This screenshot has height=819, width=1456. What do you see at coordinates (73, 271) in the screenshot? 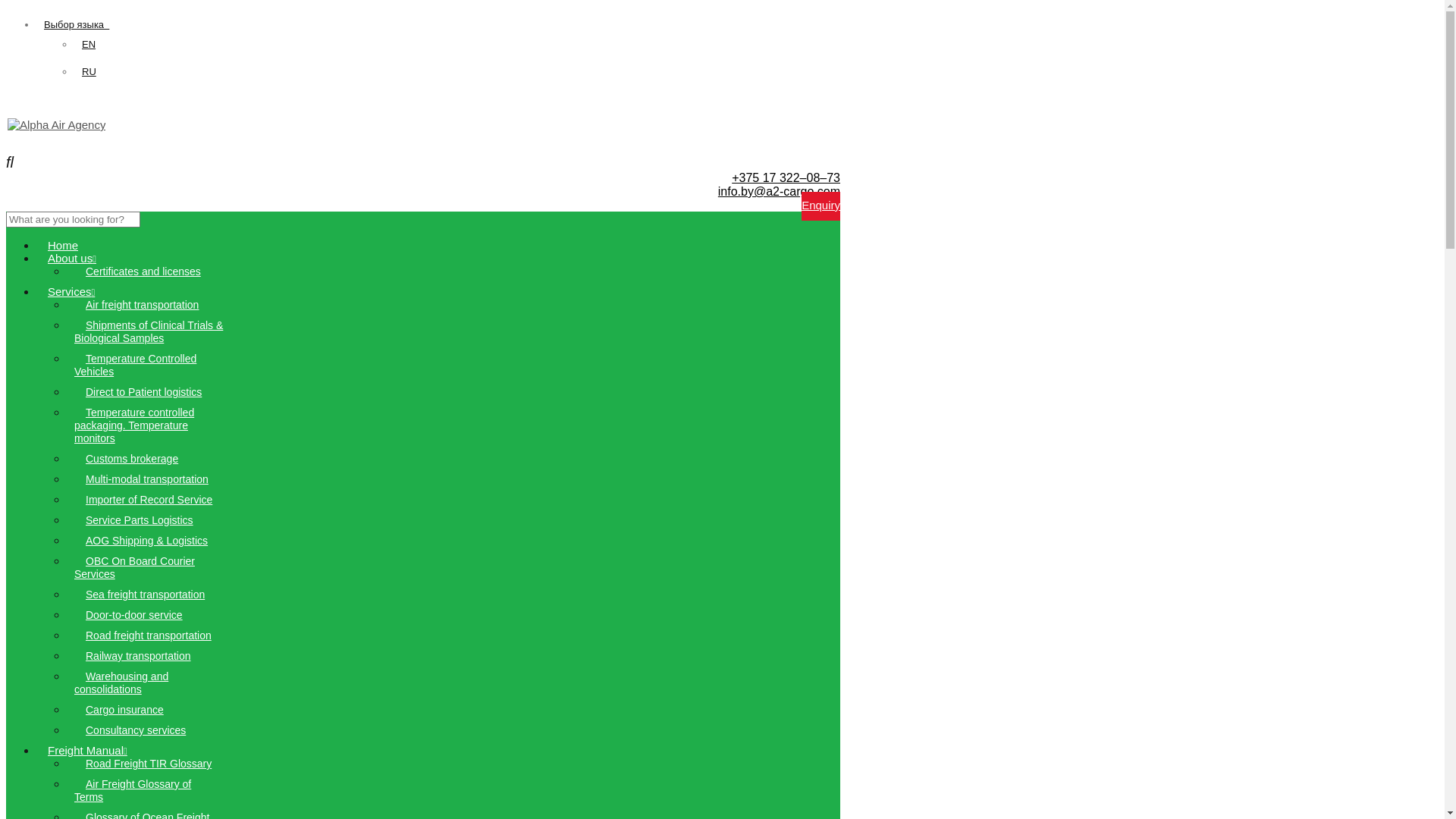
I see `'Certificates and licenses'` at bounding box center [73, 271].